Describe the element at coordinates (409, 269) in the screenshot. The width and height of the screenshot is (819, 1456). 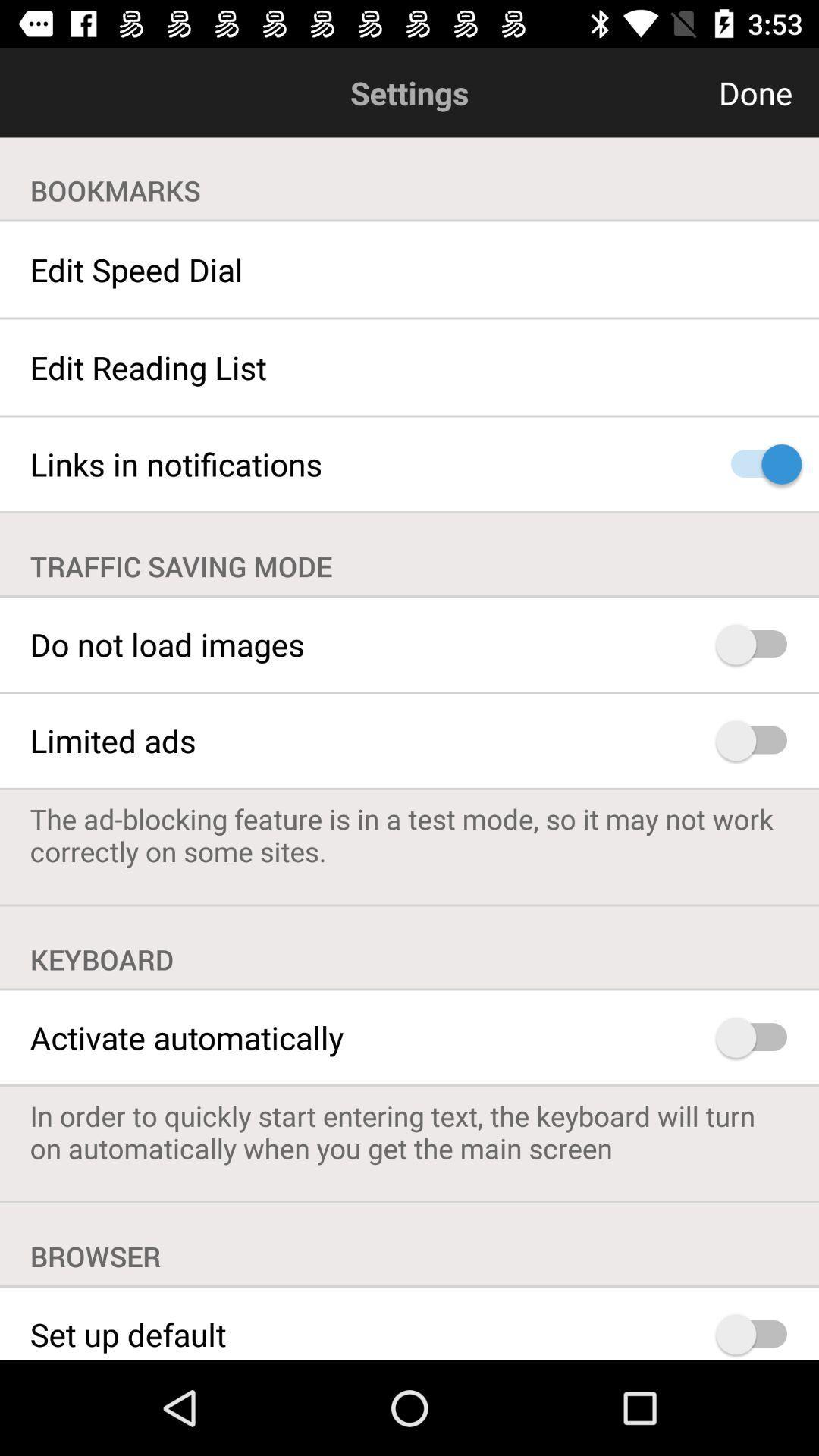
I see `the button above edit reading list icon` at that location.